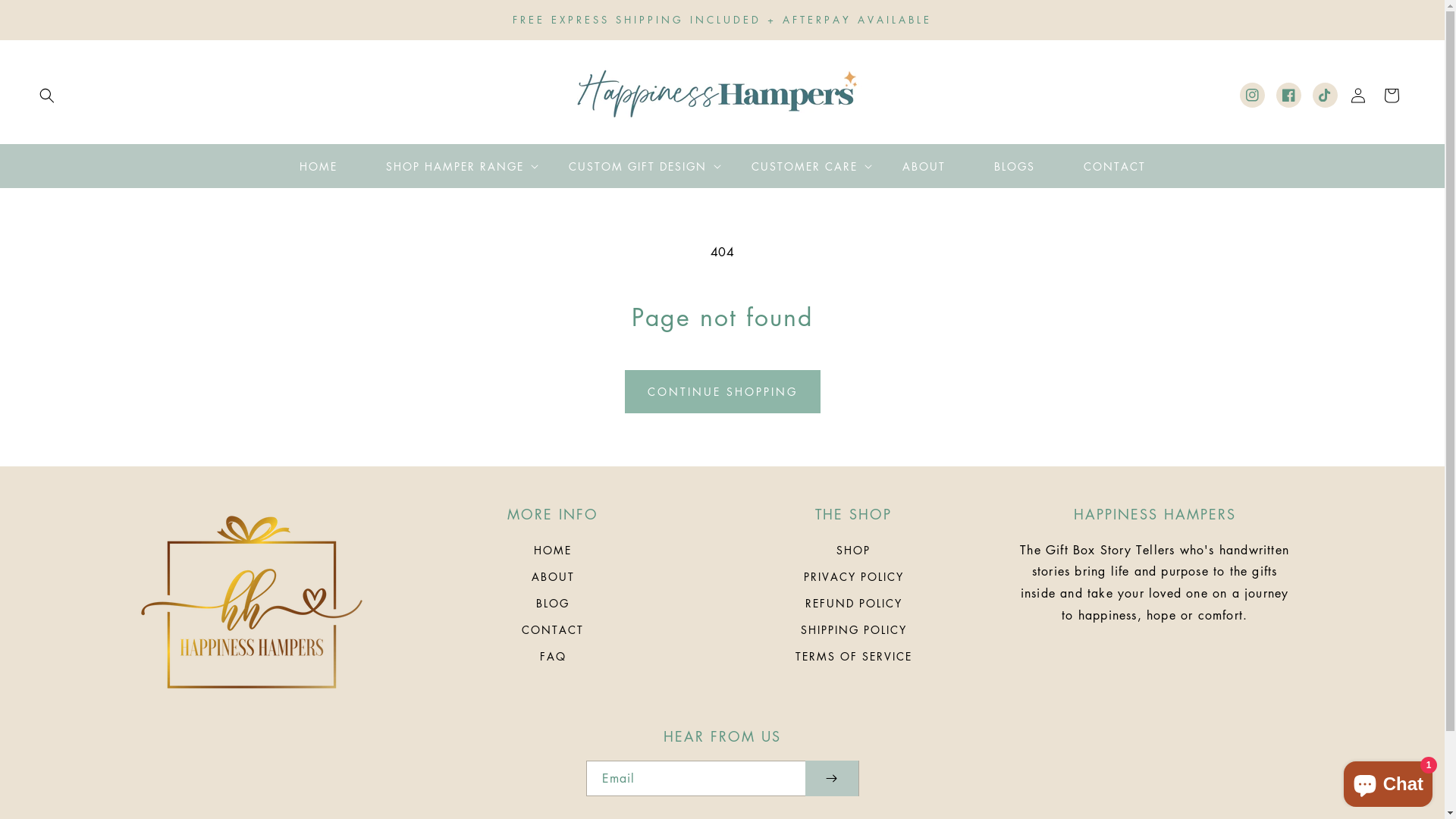 The width and height of the screenshot is (1456, 819). What do you see at coordinates (1288, 95) in the screenshot?
I see `'Facebook'` at bounding box center [1288, 95].